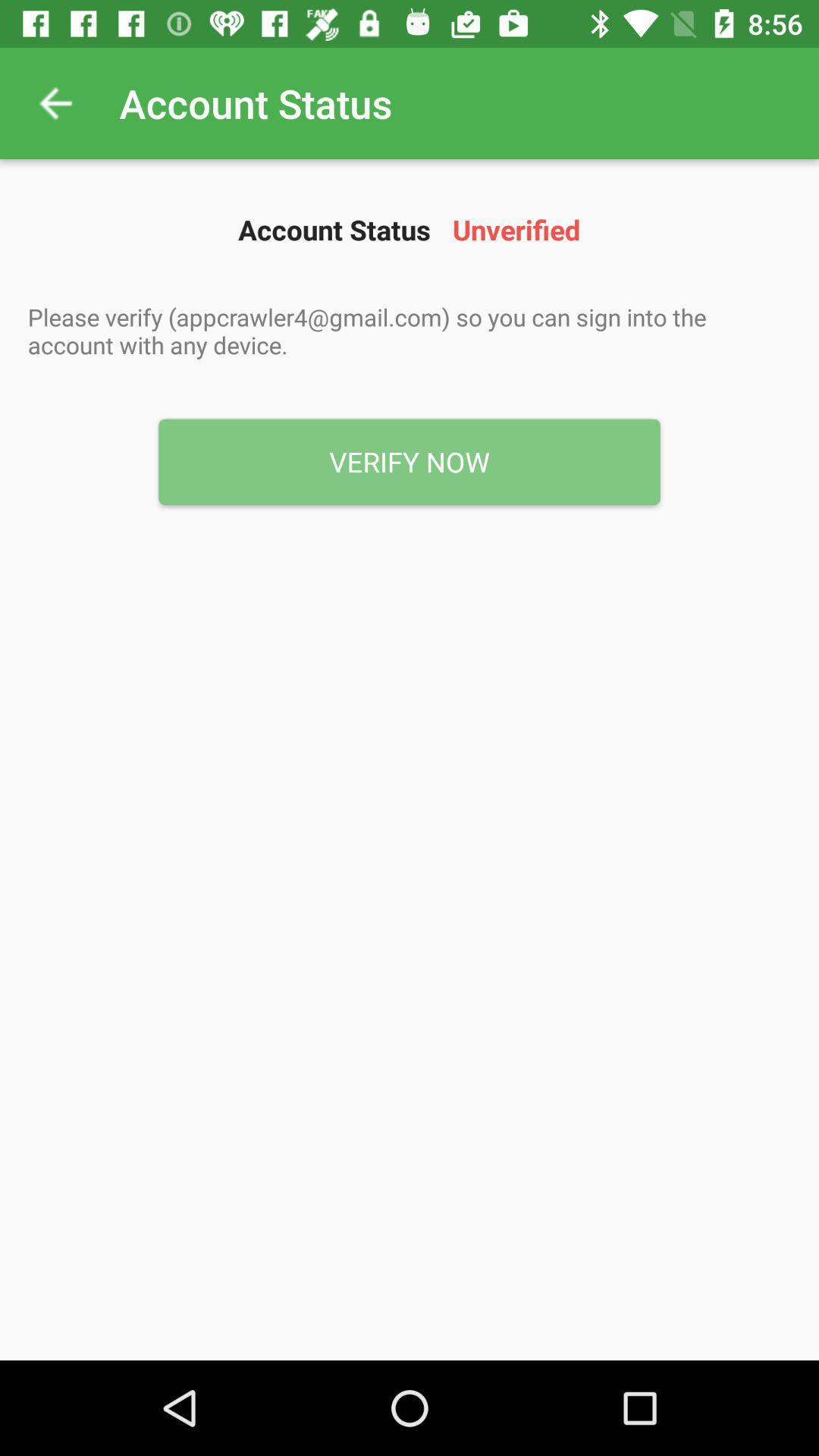 Image resolution: width=819 pixels, height=1456 pixels. I want to click on the icon below the please verify appcrawler4 item, so click(409, 461).